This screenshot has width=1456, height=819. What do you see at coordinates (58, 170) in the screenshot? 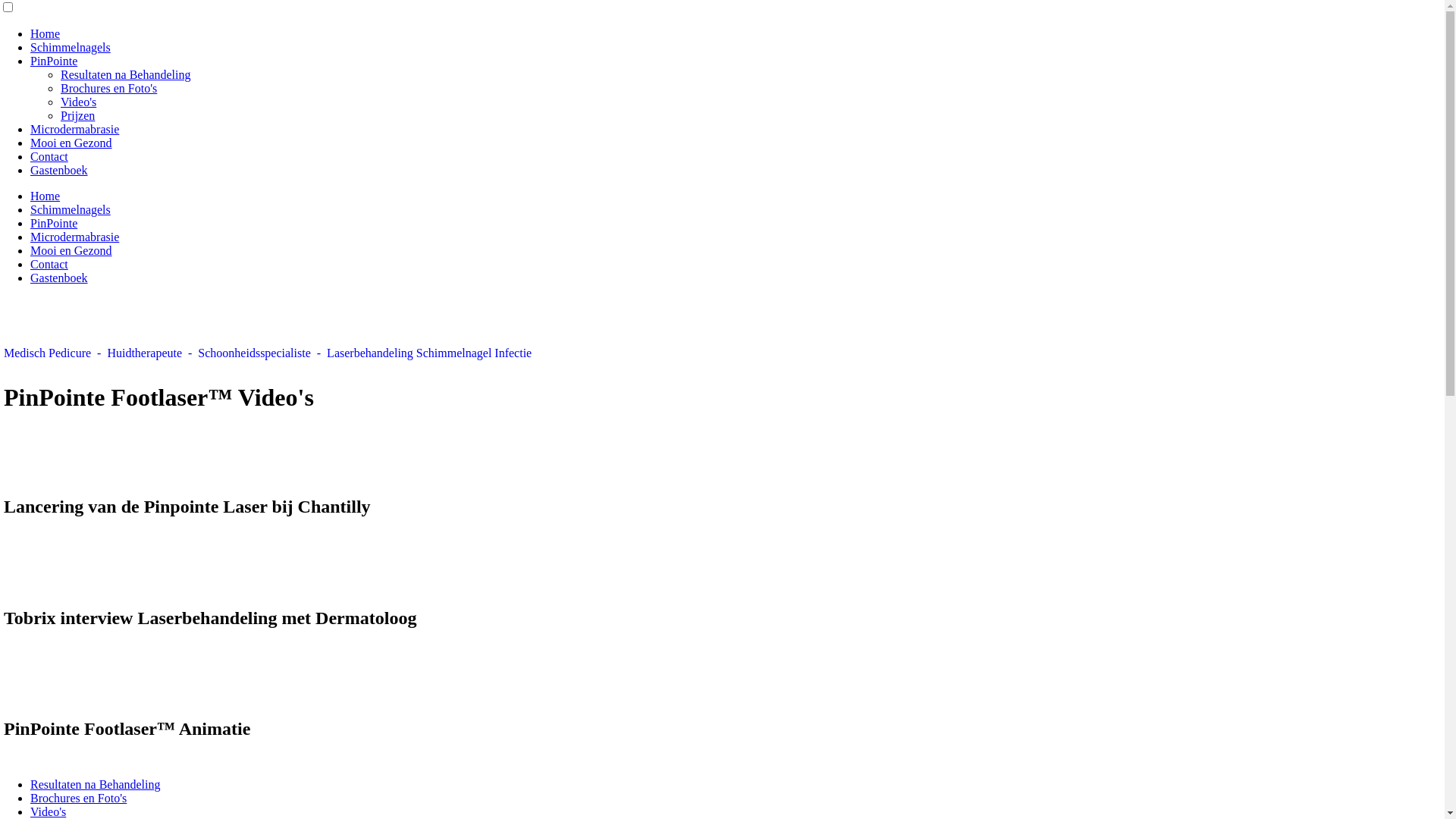
I see `'Gastenboek'` at bounding box center [58, 170].